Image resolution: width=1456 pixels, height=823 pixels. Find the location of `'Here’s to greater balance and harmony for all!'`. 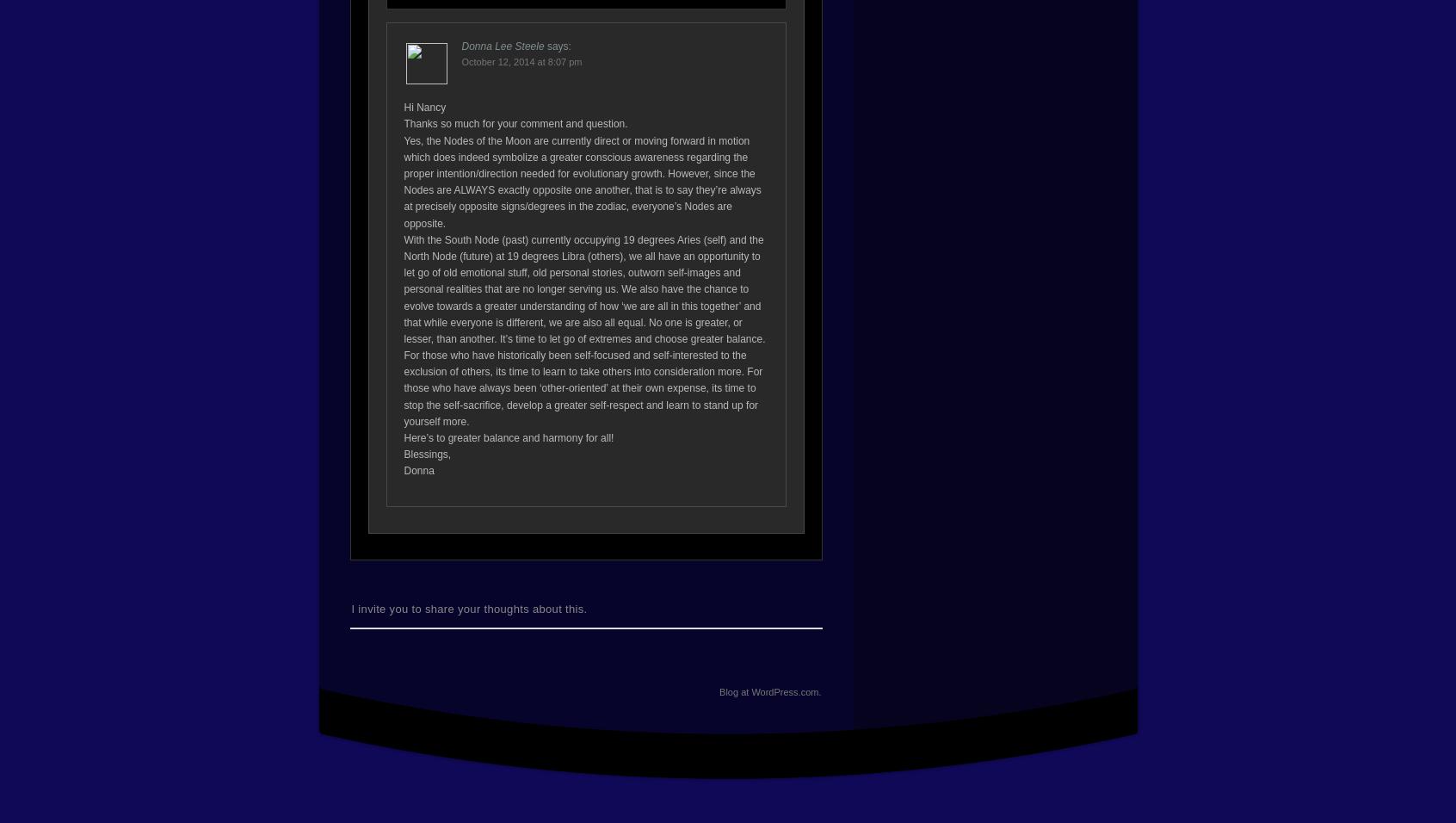

'Here’s to greater balance and harmony for all!' is located at coordinates (508, 436).